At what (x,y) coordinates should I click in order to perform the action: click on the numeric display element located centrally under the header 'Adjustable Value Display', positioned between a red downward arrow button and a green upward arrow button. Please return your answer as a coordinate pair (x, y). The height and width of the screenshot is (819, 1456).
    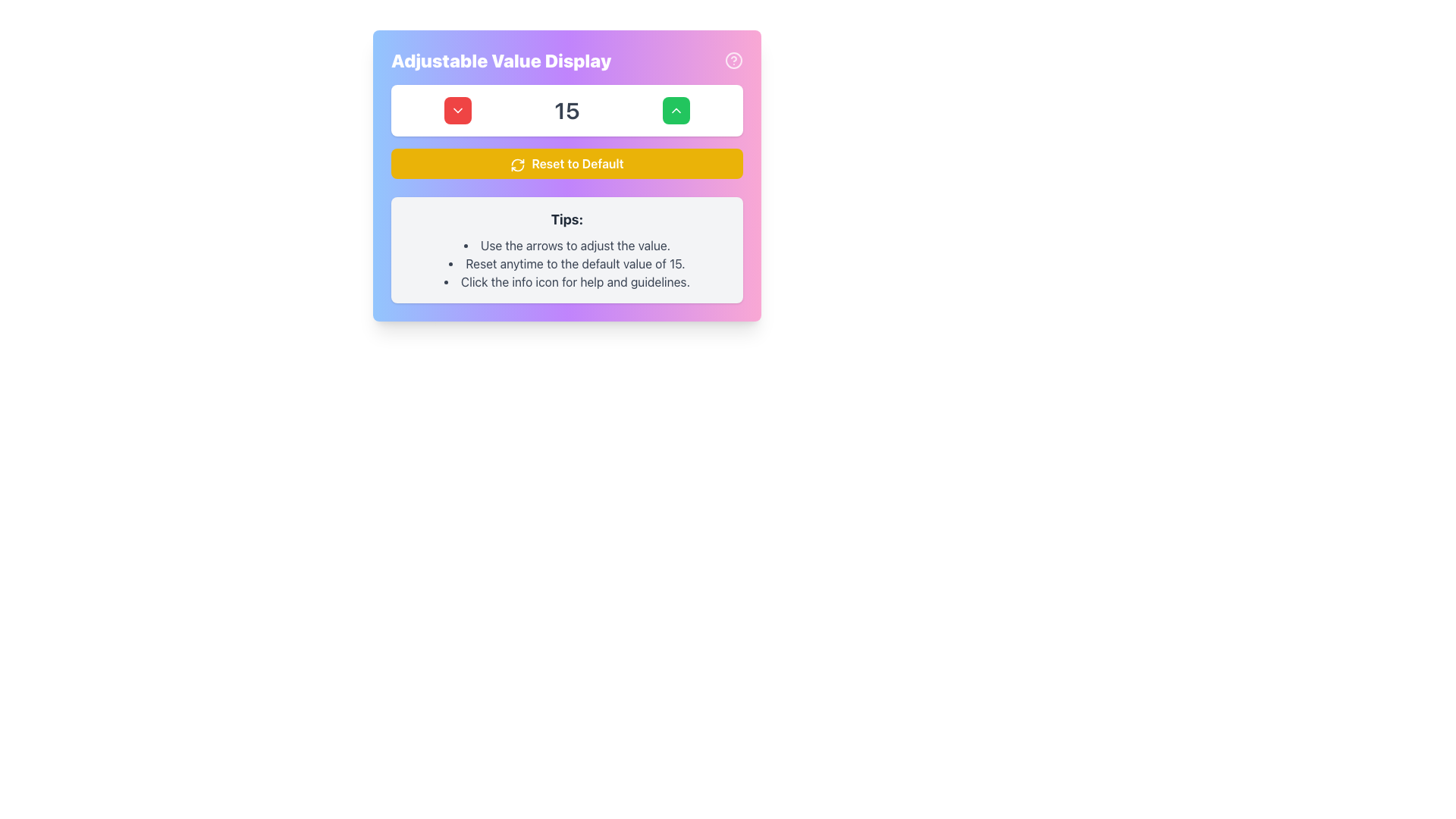
    Looking at the image, I should click on (566, 110).